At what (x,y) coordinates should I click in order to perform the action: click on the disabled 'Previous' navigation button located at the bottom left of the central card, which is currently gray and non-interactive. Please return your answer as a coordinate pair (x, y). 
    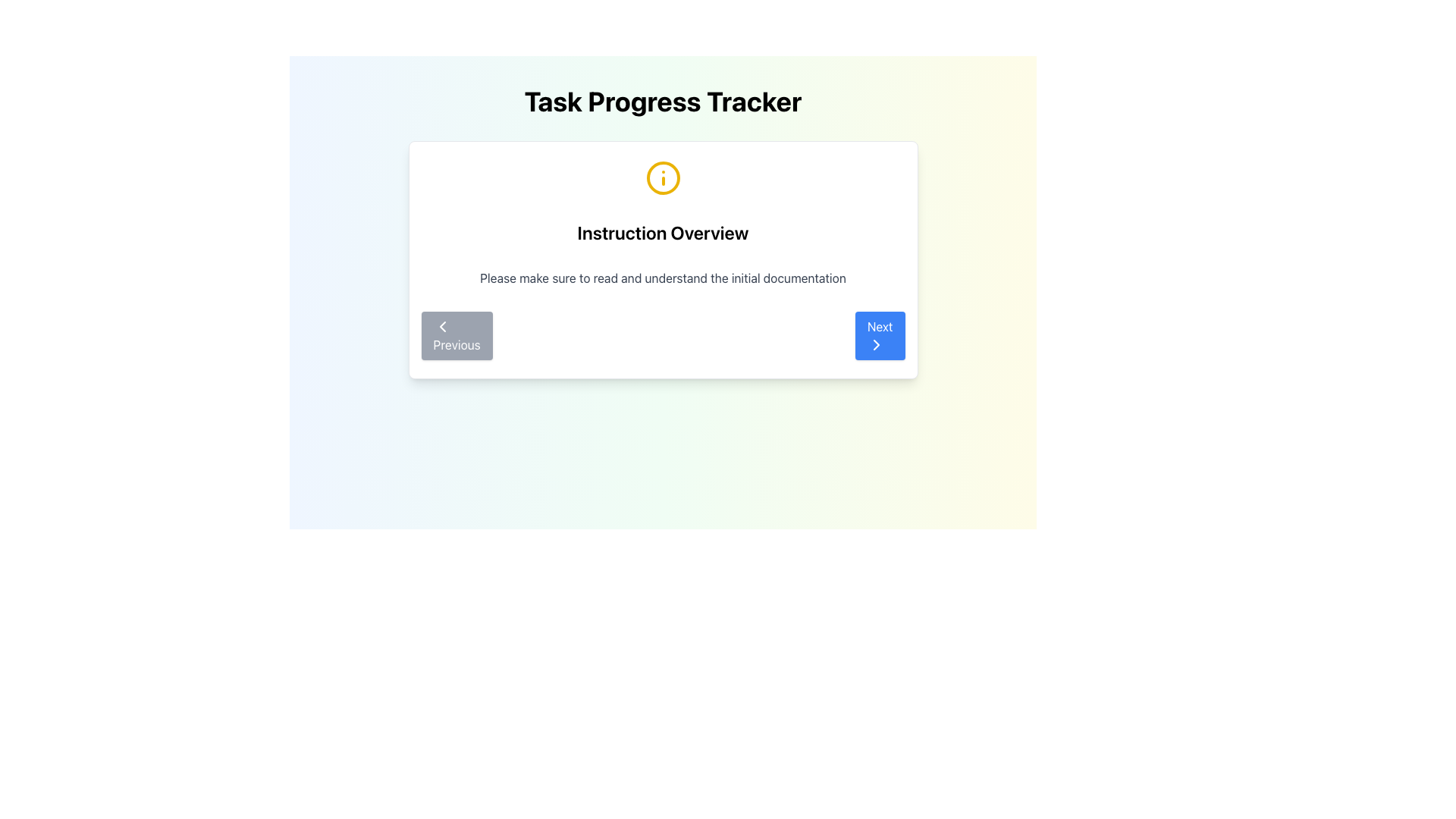
    Looking at the image, I should click on (456, 335).